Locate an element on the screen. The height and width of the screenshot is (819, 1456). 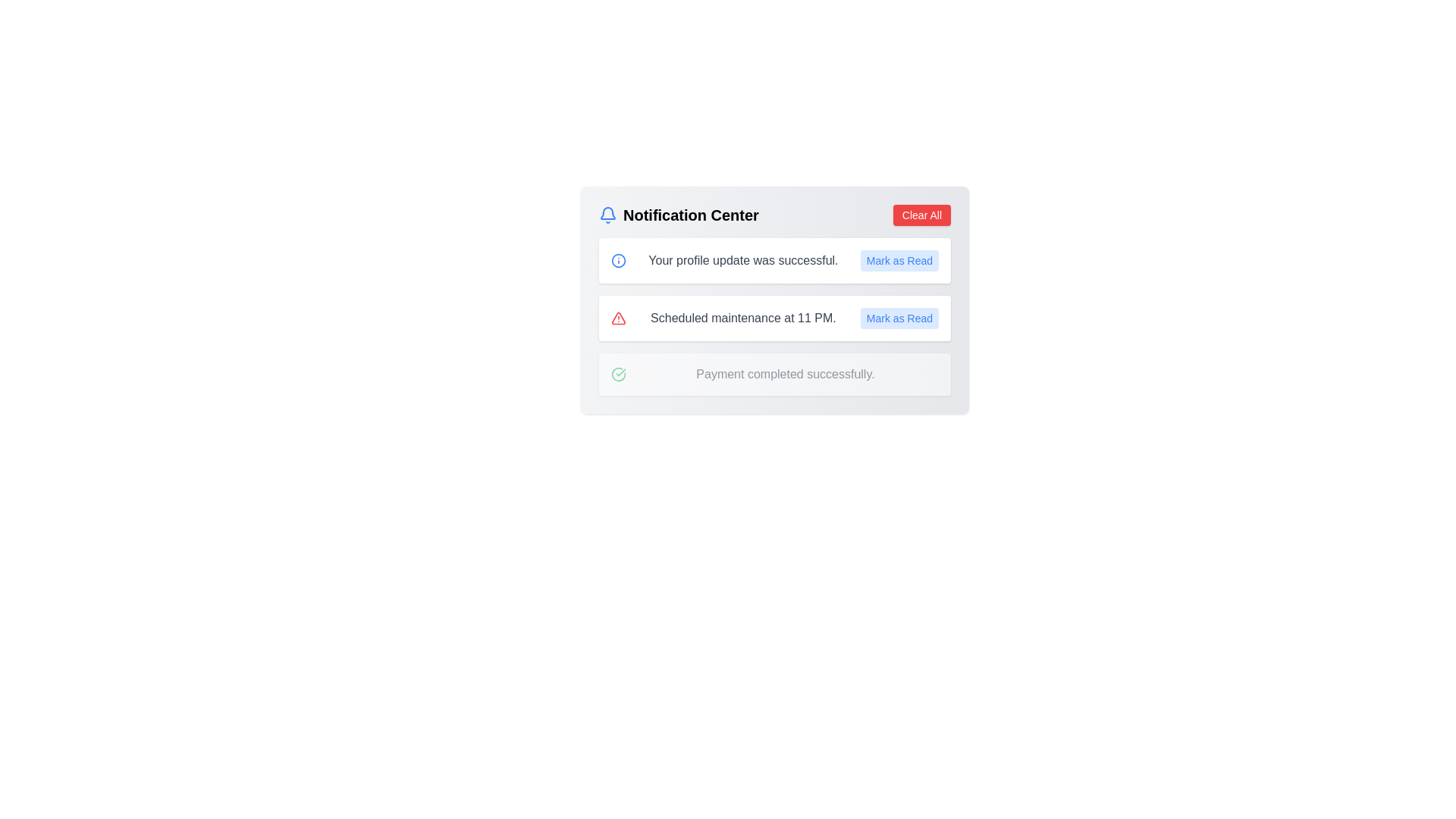
the blue bell-shaped notification icon located to the left of the 'Notification Center' text in the notifications panel is located at coordinates (607, 215).